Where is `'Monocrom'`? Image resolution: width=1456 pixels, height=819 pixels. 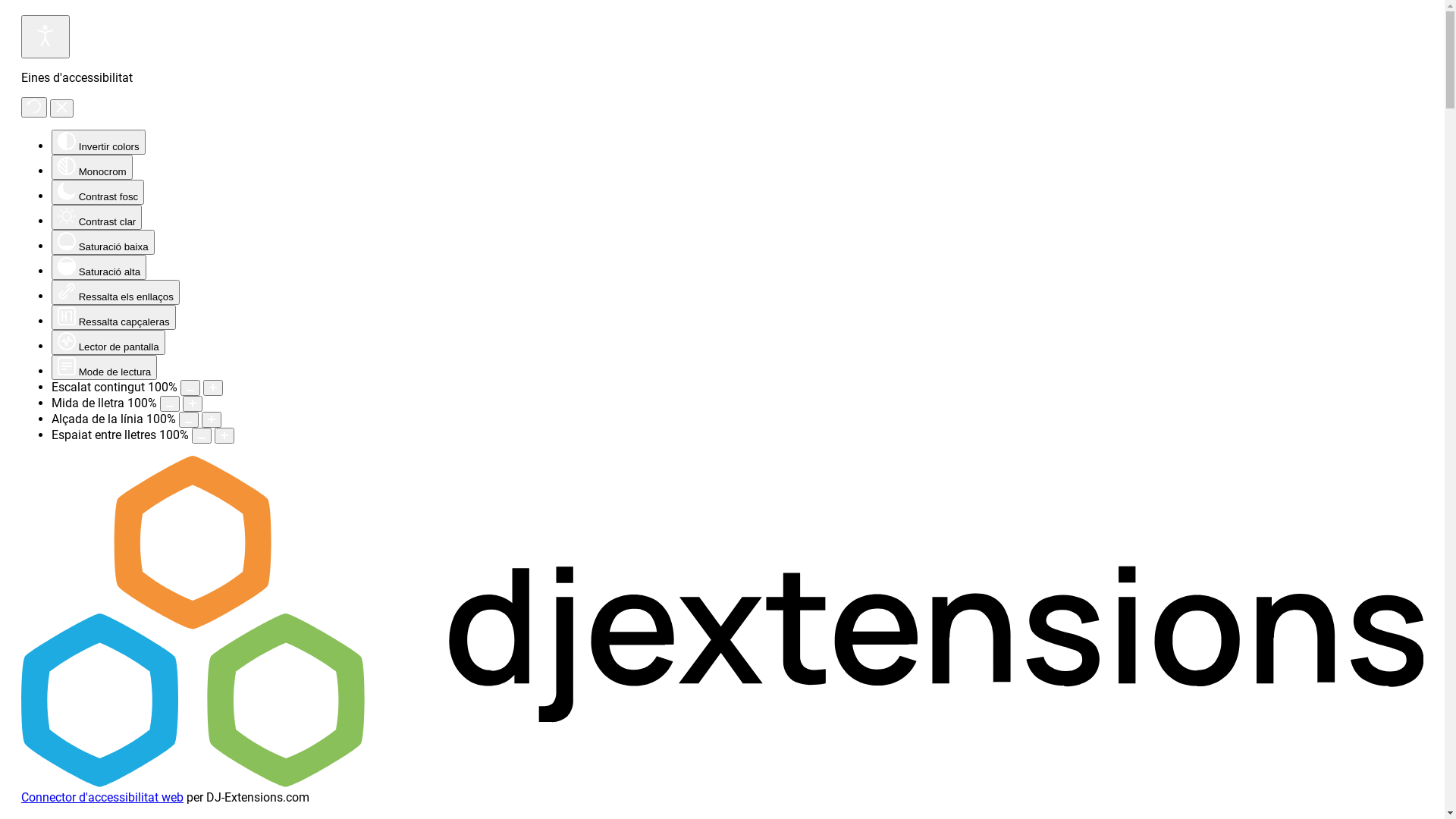
'Monocrom' is located at coordinates (91, 167).